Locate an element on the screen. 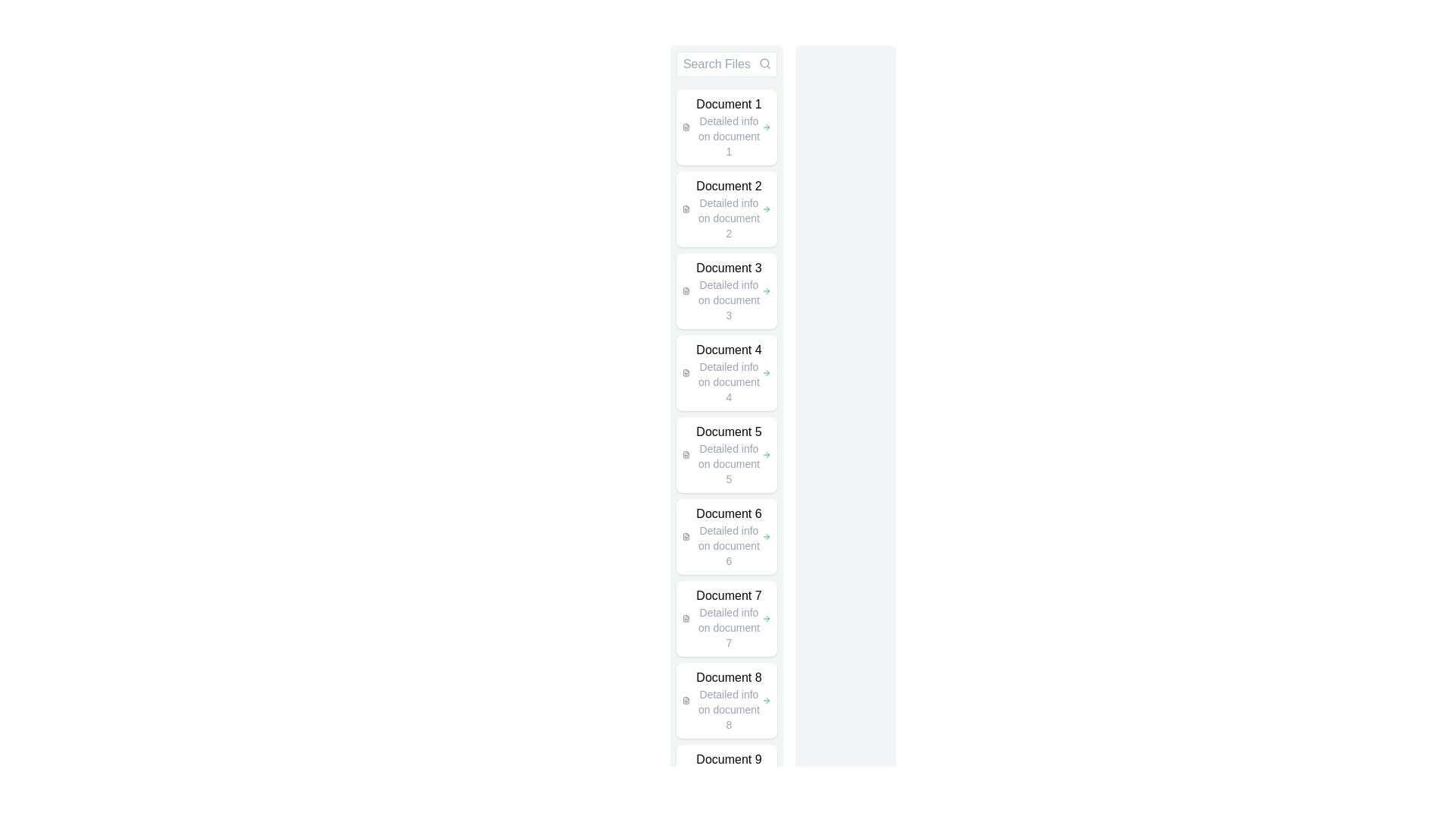 The height and width of the screenshot is (819, 1456). the informational text element located directly under 'Document 3', which provides additional descriptive information about it is located at coordinates (729, 300).